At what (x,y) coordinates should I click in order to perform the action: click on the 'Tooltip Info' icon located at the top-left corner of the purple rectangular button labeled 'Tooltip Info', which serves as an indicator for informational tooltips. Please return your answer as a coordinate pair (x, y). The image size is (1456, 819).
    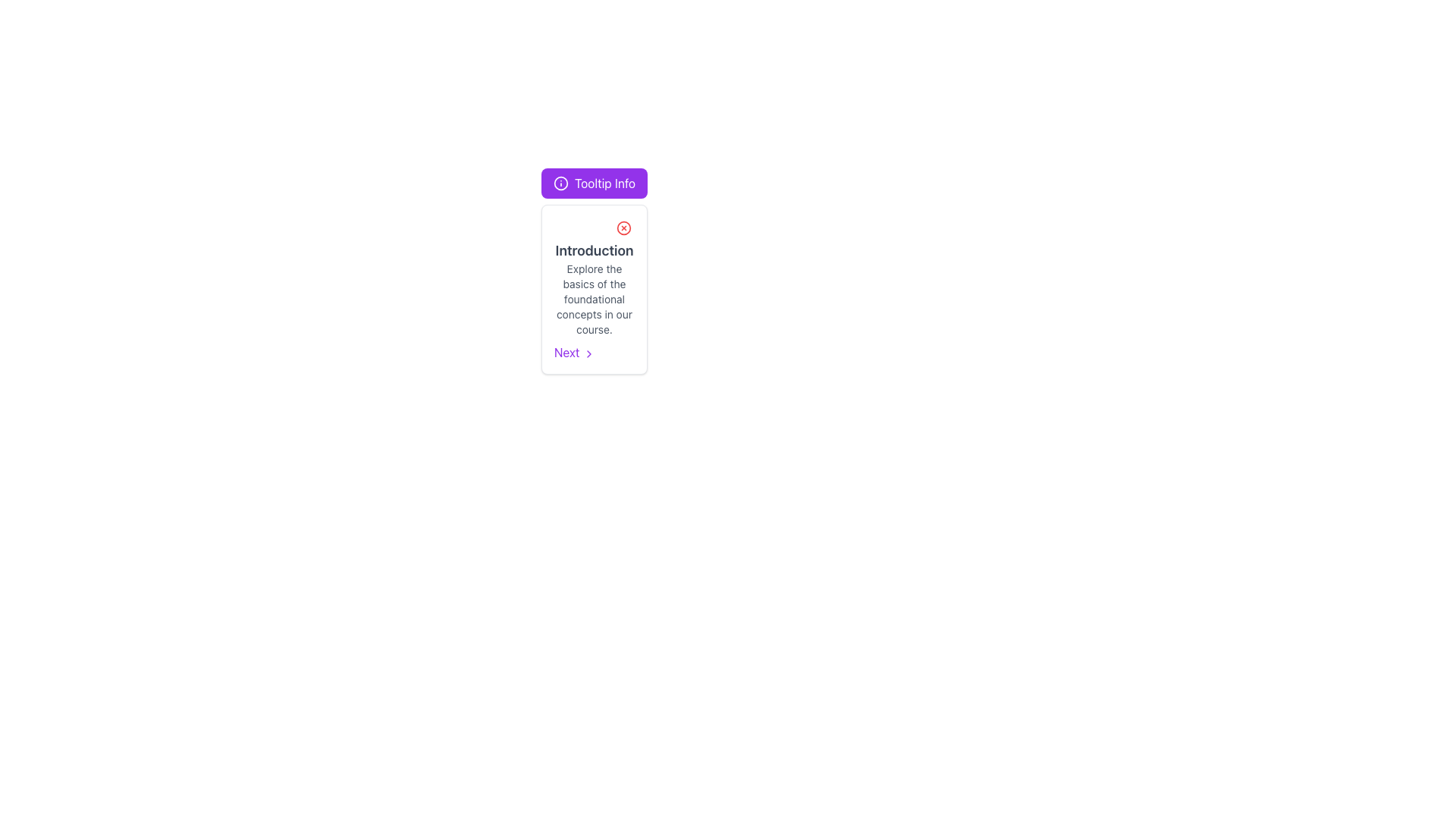
    Looking at the image, I should click on (560, 183).